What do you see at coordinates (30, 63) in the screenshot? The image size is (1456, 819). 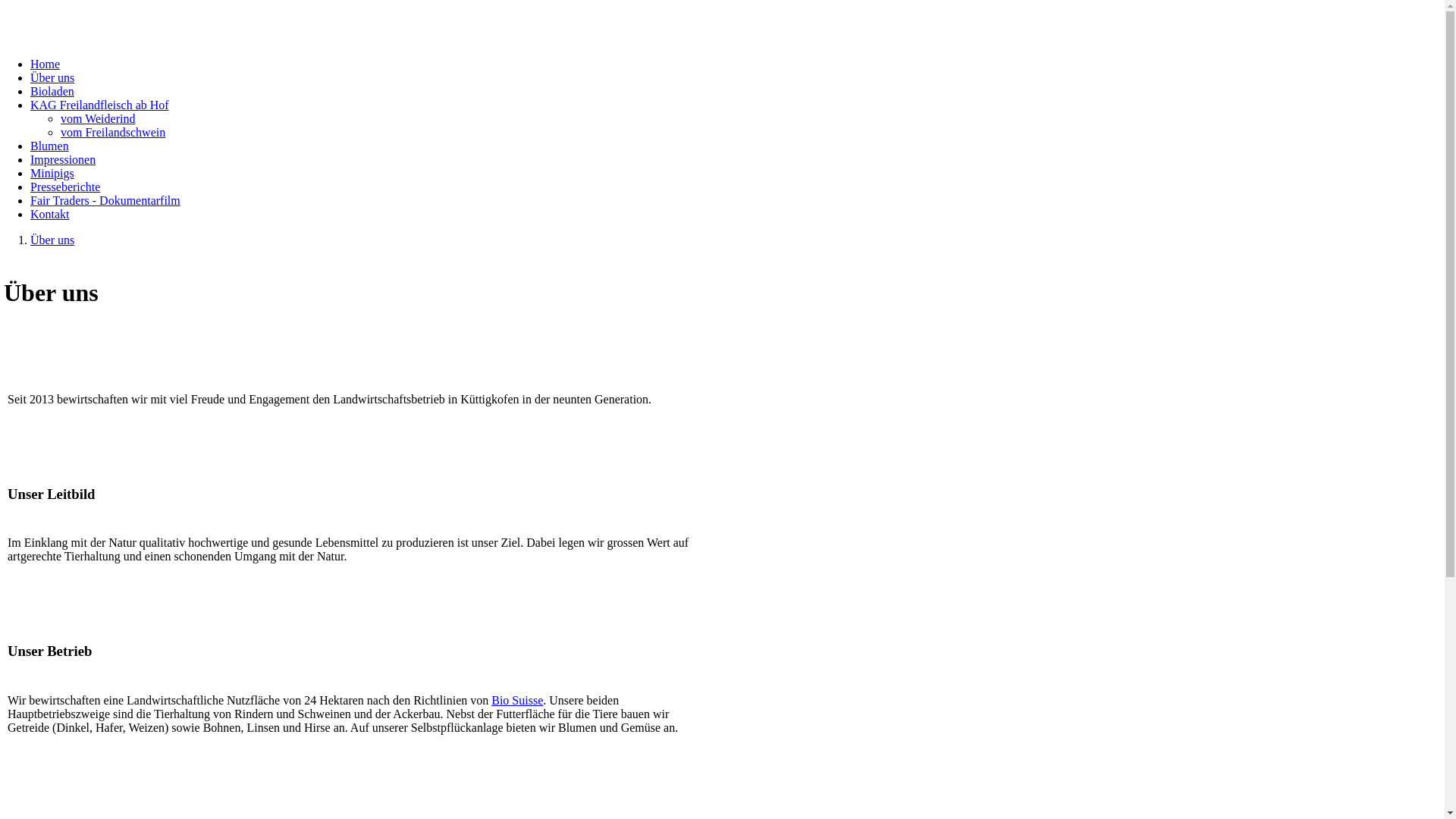 I see `'Home'` at bounding box center [30, 63].